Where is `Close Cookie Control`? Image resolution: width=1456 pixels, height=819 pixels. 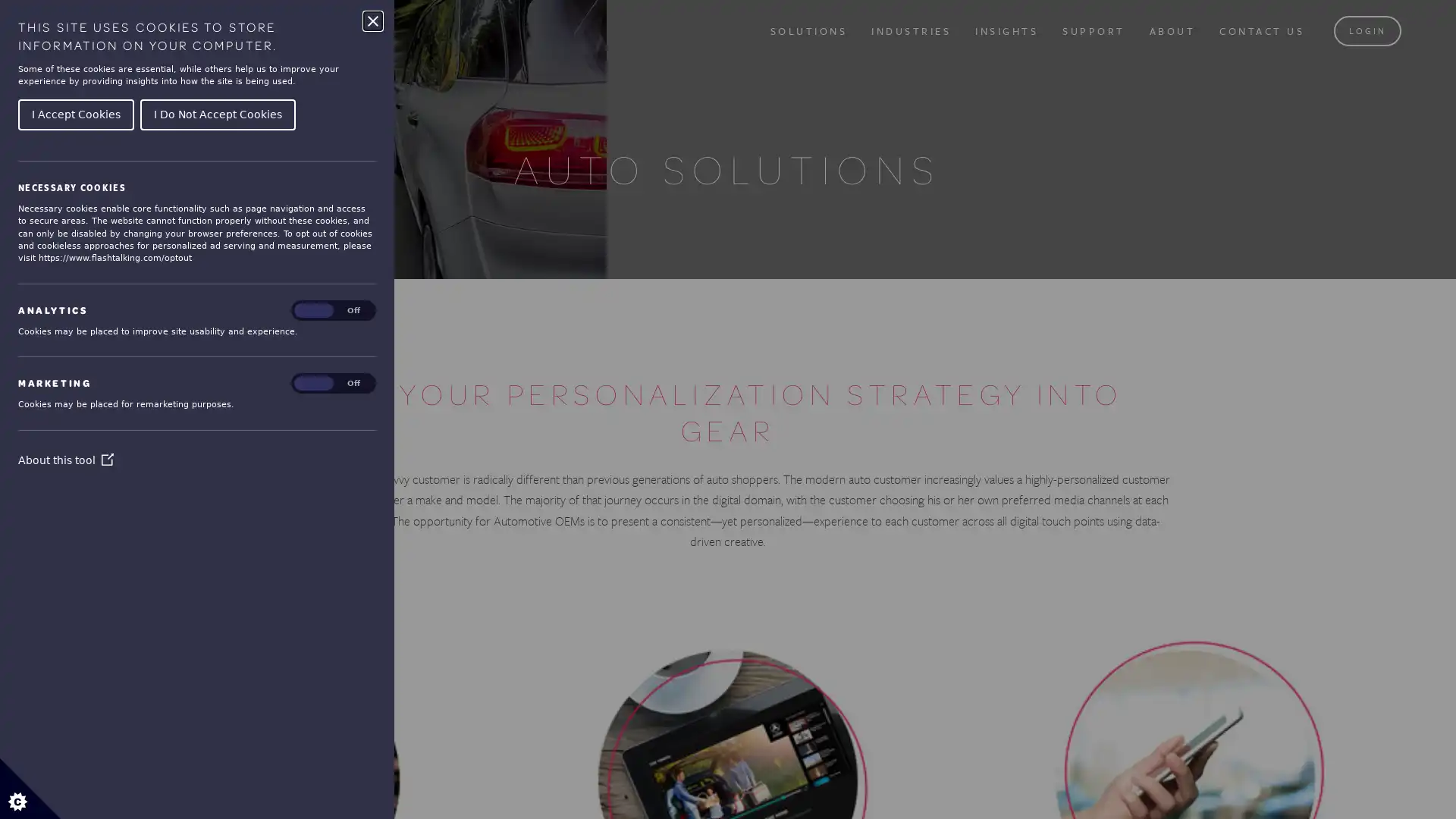
Close Cookie Control is located at coordinates (372, 20).